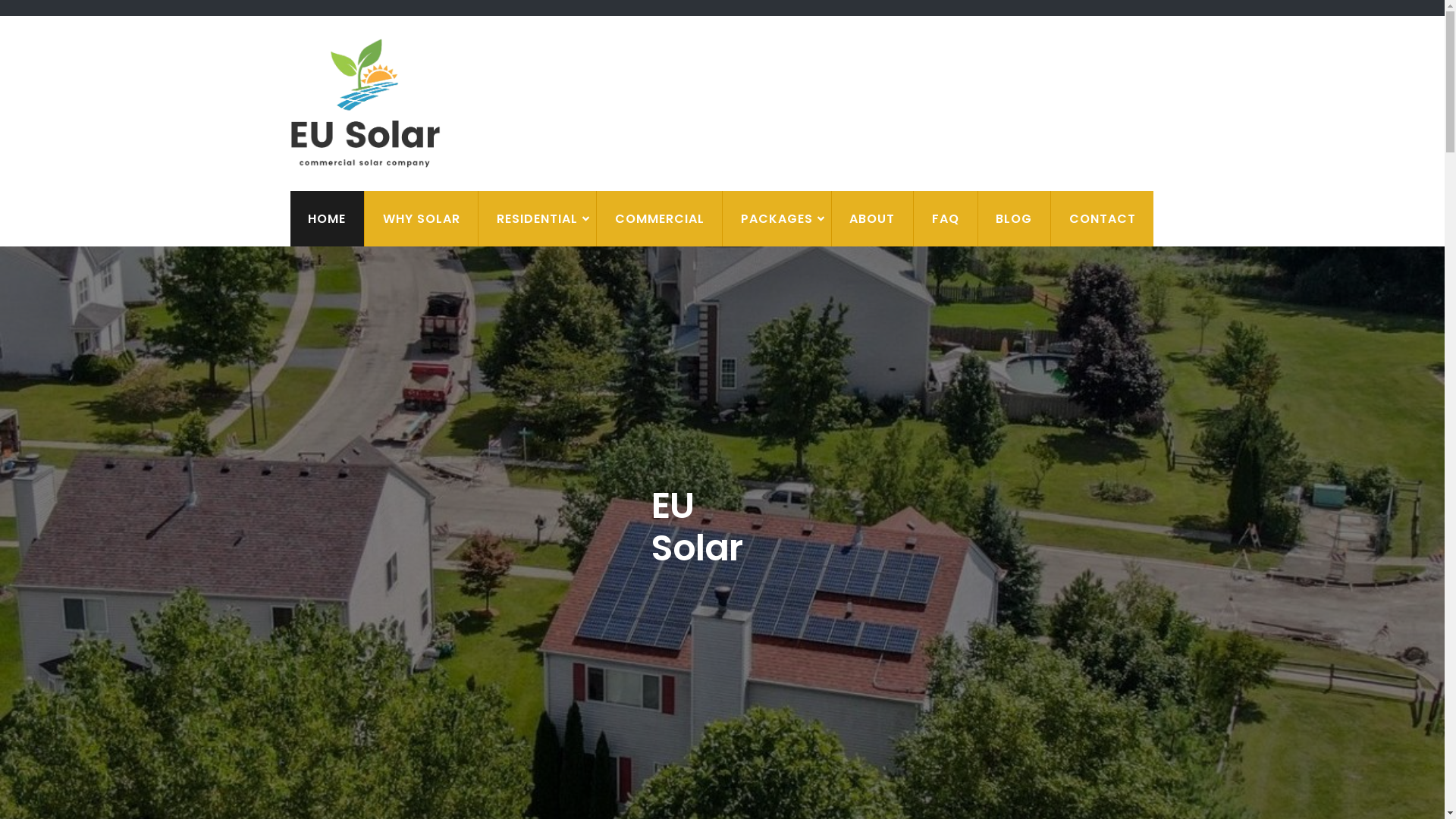 This screenshot has width=1456, height=819. I want to click on 'FAQ', so click(944, 218).